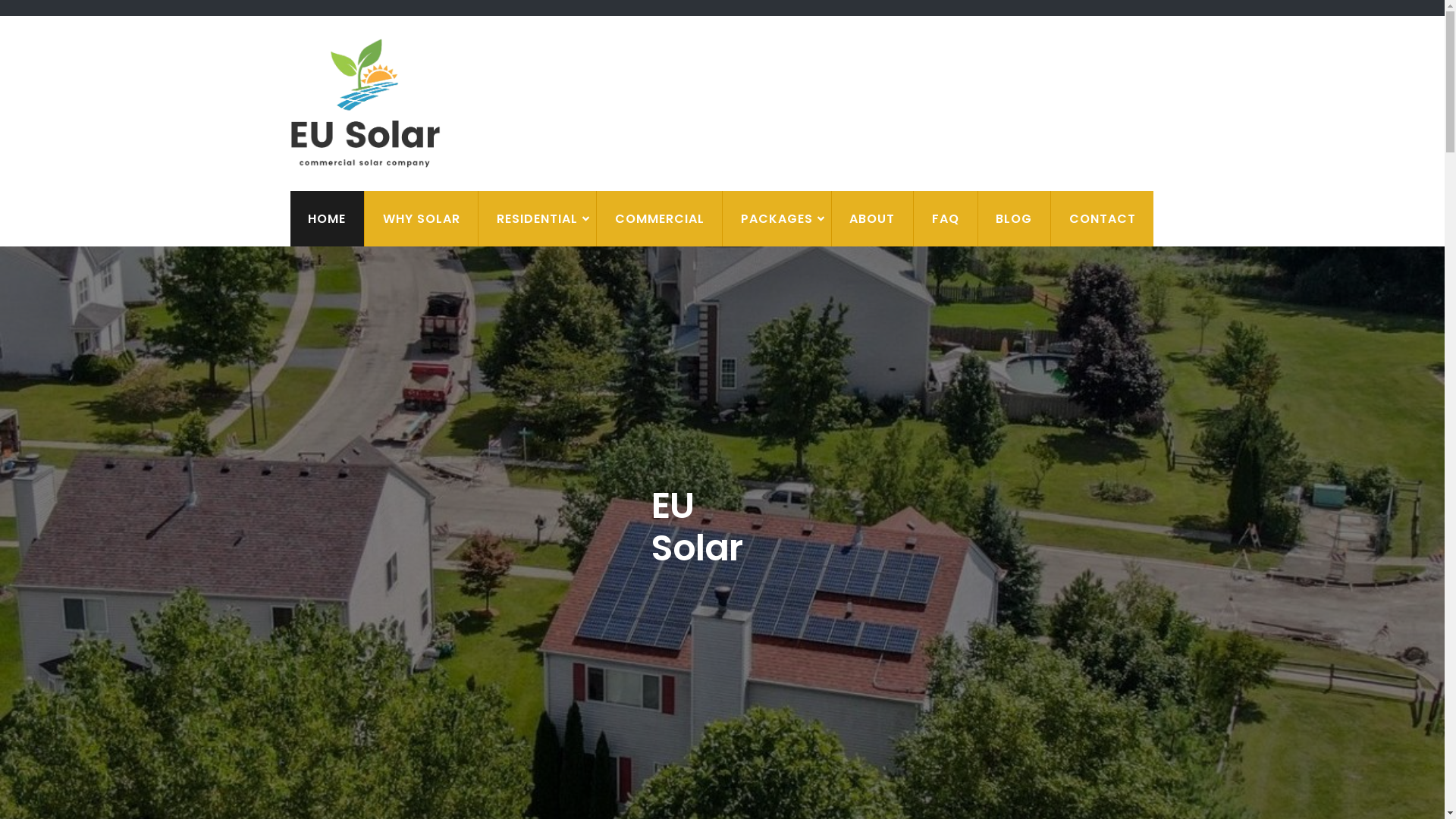 This screenshot has width=1456, height=819. I want to click on 'FAQ', so click(944, 218).